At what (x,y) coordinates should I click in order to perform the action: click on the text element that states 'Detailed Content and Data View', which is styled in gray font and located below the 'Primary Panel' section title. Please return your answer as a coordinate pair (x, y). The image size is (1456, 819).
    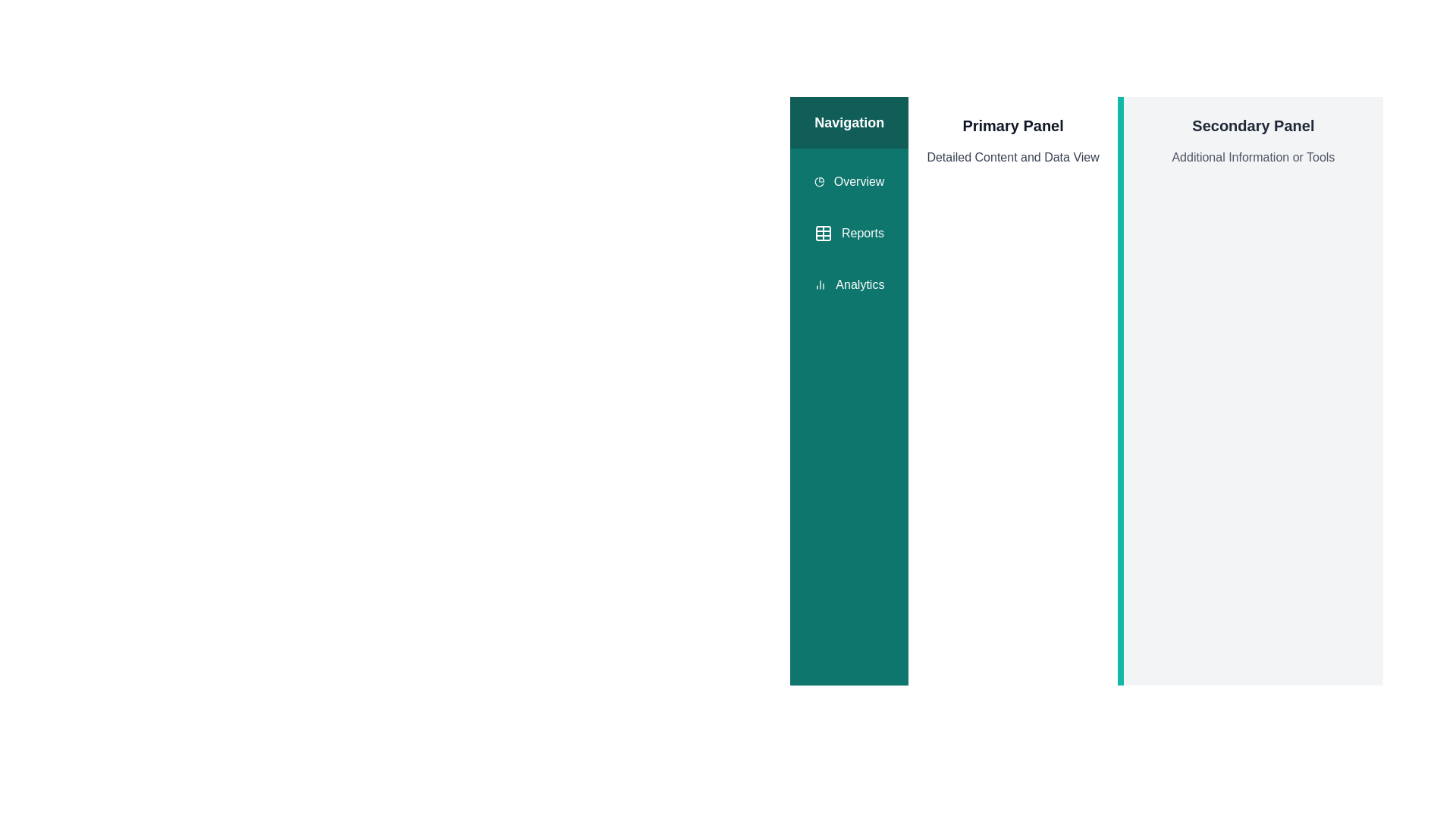
    Looking at the image, I should click on (1013, 158).